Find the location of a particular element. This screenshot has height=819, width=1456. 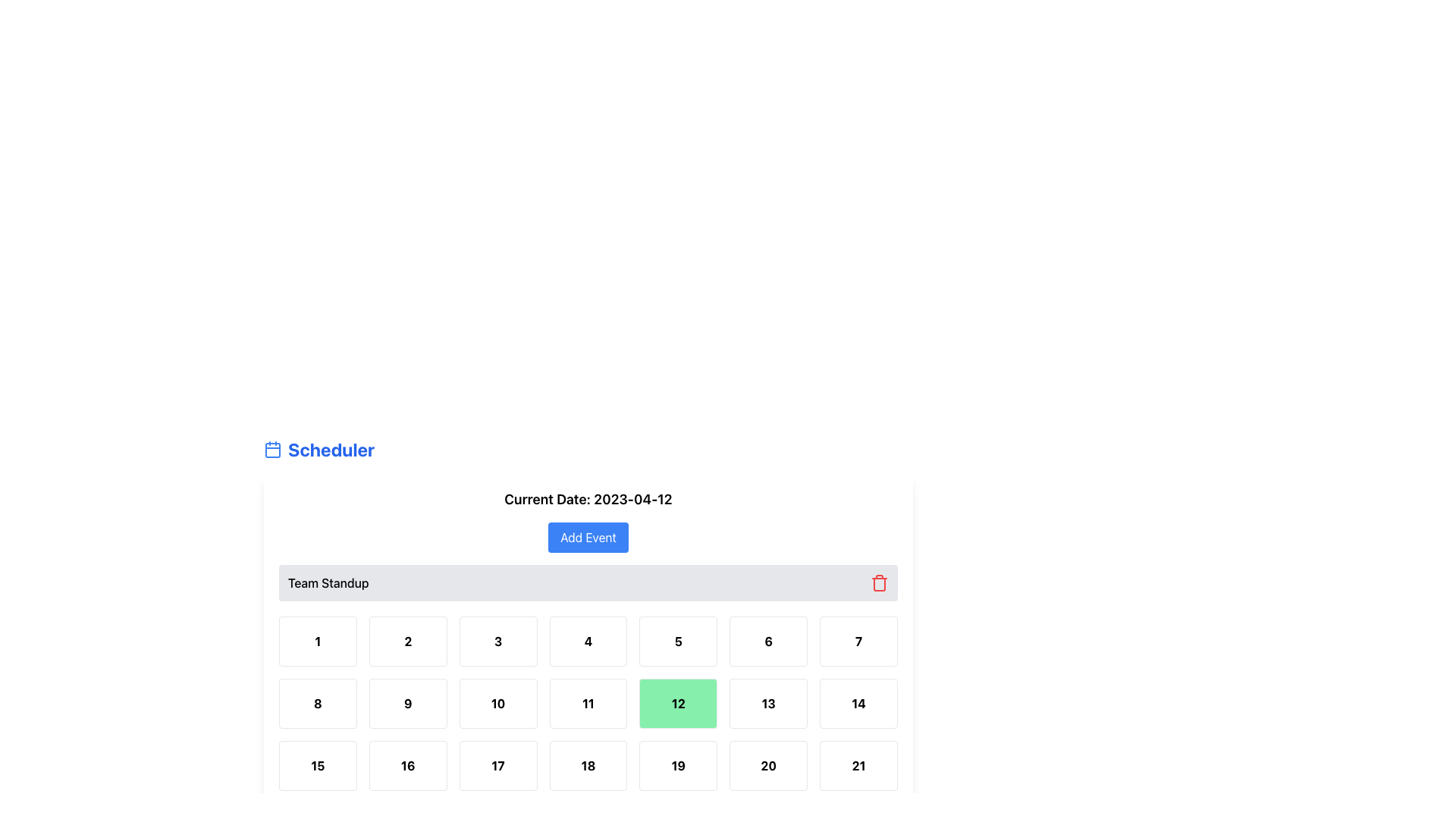

the button that allows users to add a new event, located above the grid of numbers and below the text 'Current Date: 2023-04-12' is located at coordinates (588, 537).